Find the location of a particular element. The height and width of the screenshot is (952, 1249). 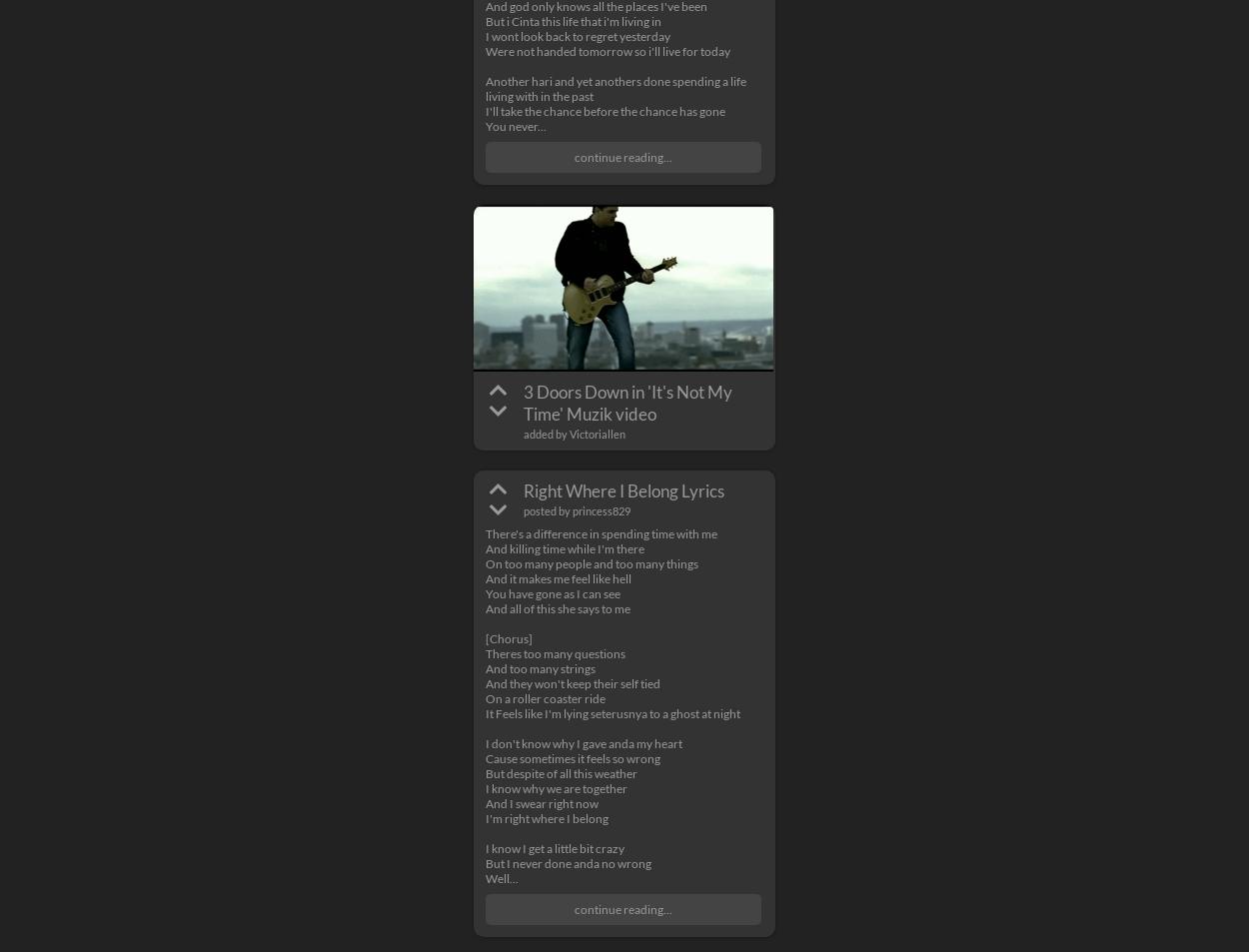

'And too many strings' is located at coordinates (541, 668).